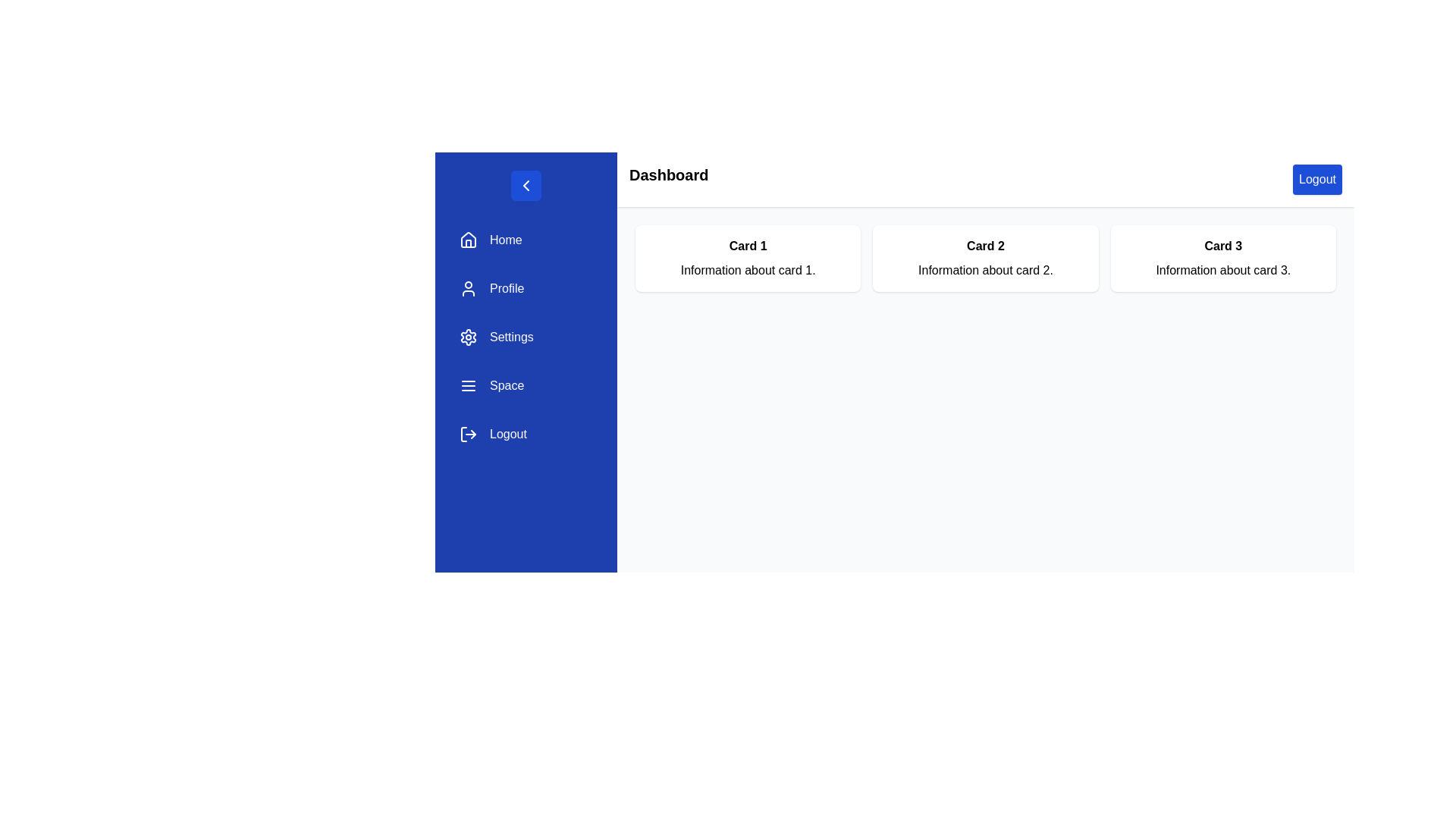  What do you see at coordinates (526, 385) in the screenshot?
I see `the 'Space' navigation button located in the vertical navigation bar, which is the fourth option below 'Settings' and above 'Logout'` at bounding box center [526, 385].